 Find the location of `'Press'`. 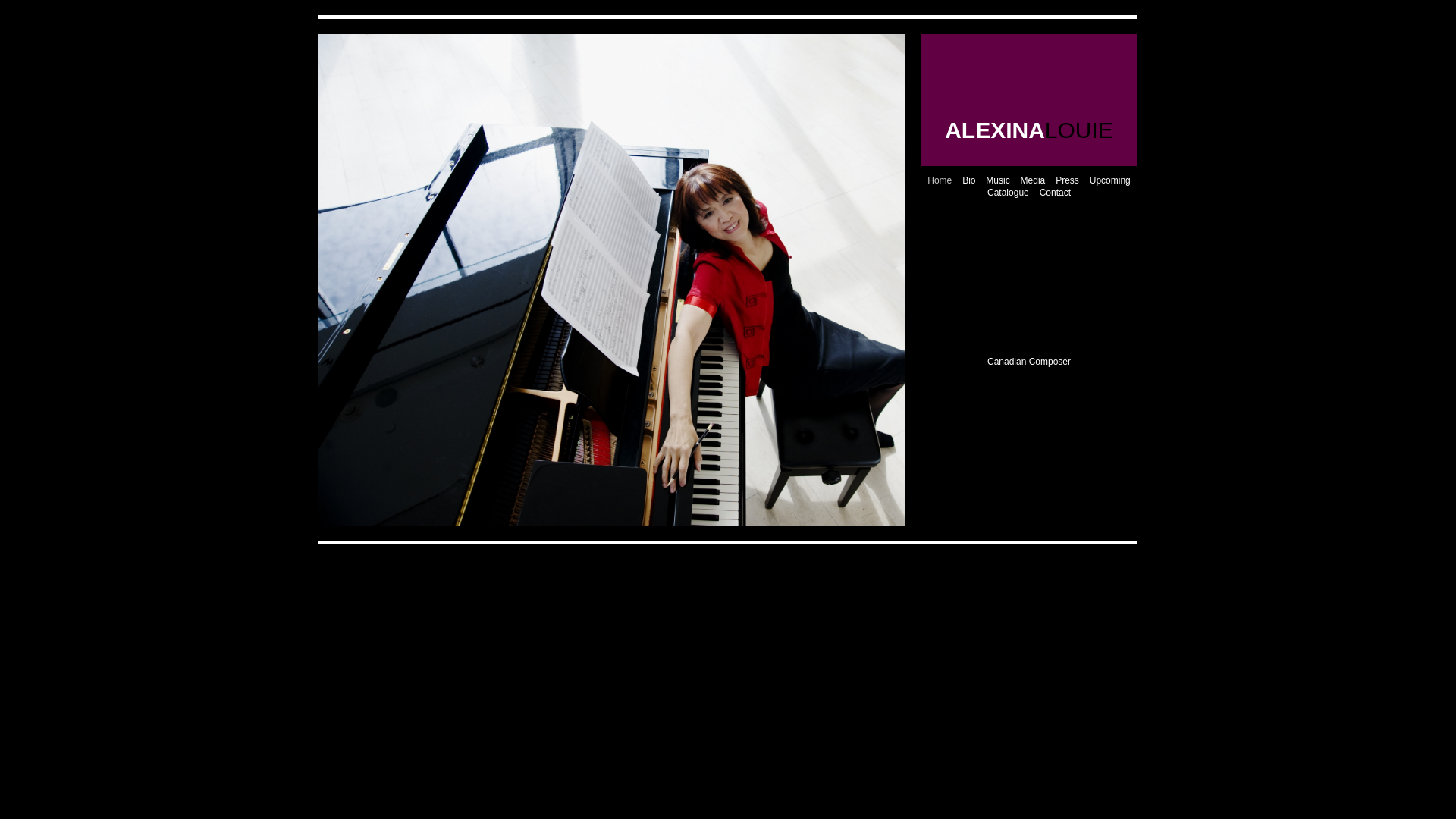

'Press' is located at coordinates (1066, 180).